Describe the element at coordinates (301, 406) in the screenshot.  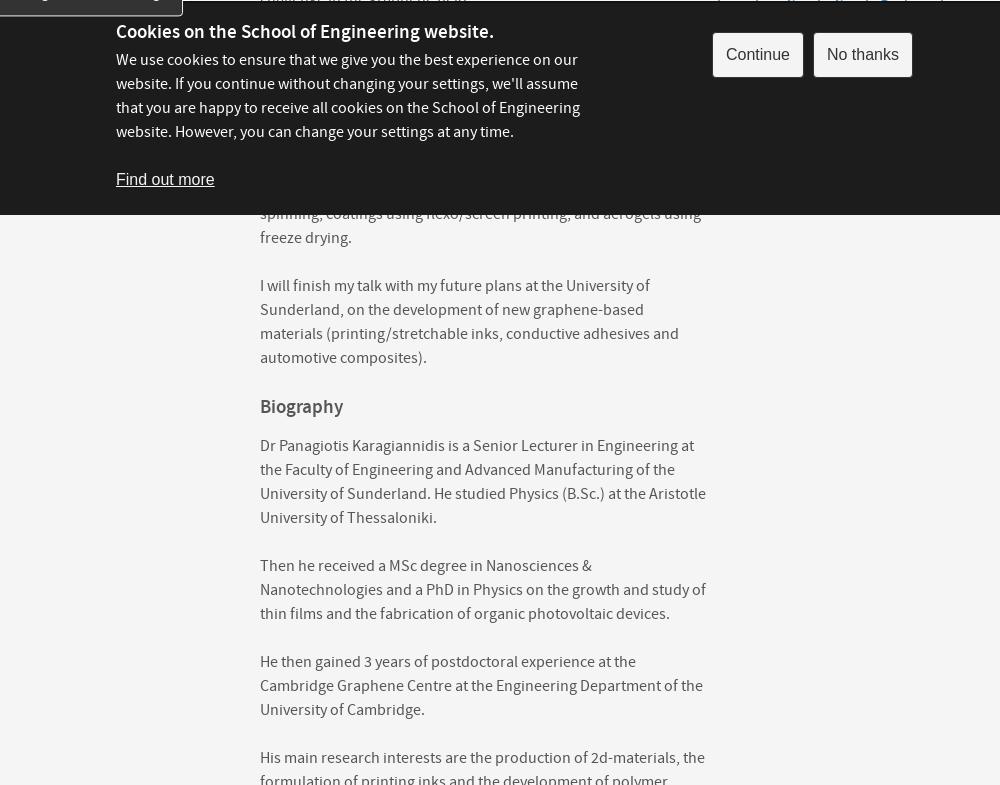
I see `'Biography'` at that location.